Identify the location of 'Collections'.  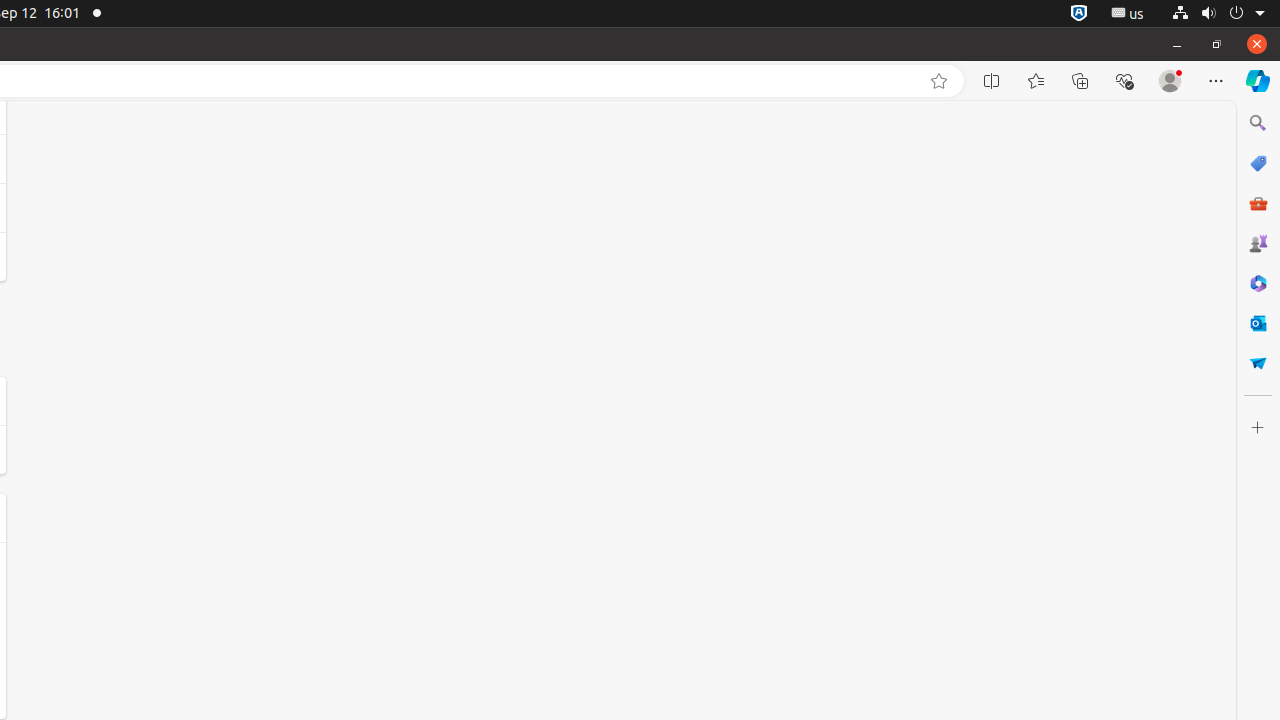
(1079, 80).